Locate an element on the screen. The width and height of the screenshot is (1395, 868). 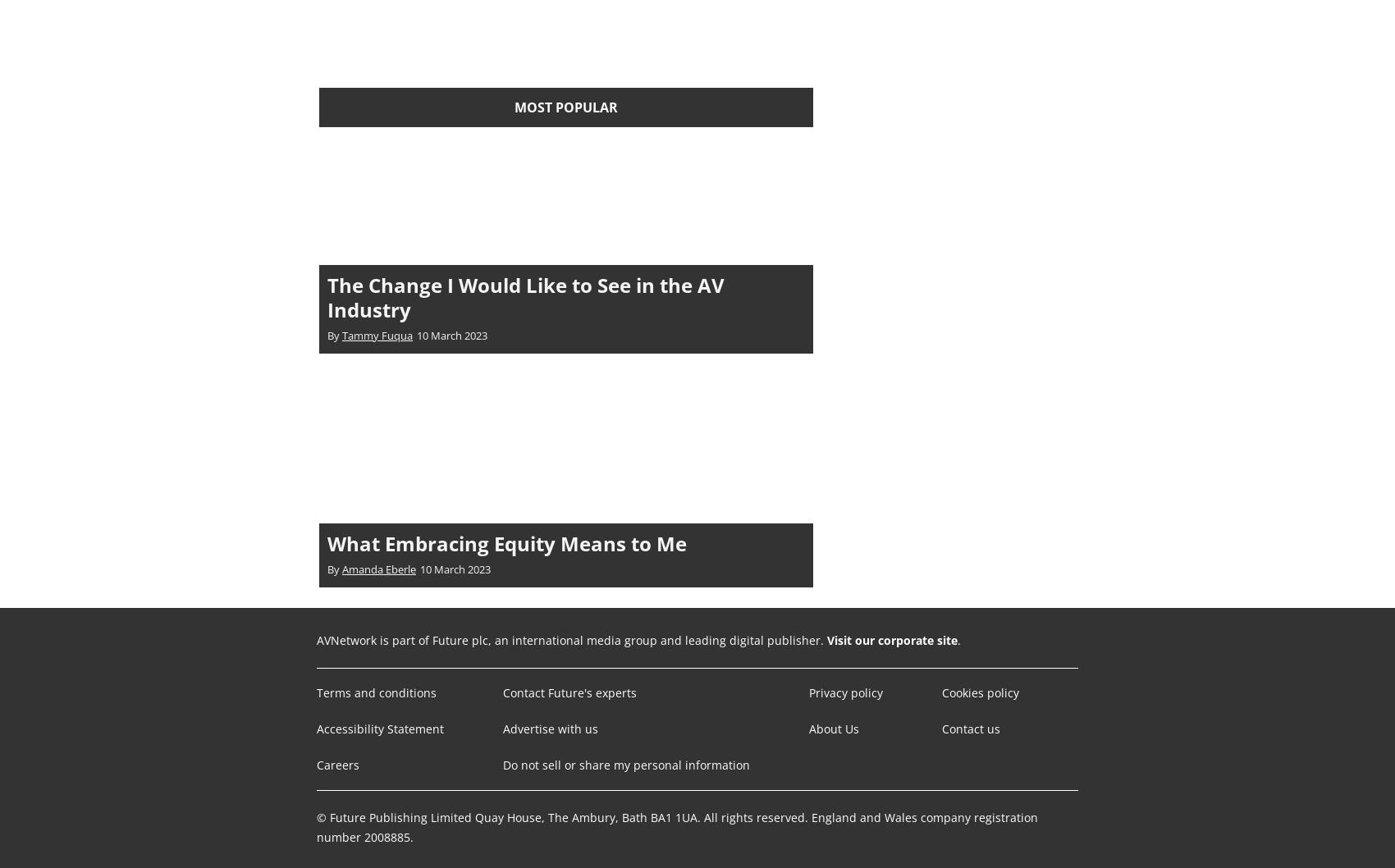
'About Us' is located at coordinates (833, 728).